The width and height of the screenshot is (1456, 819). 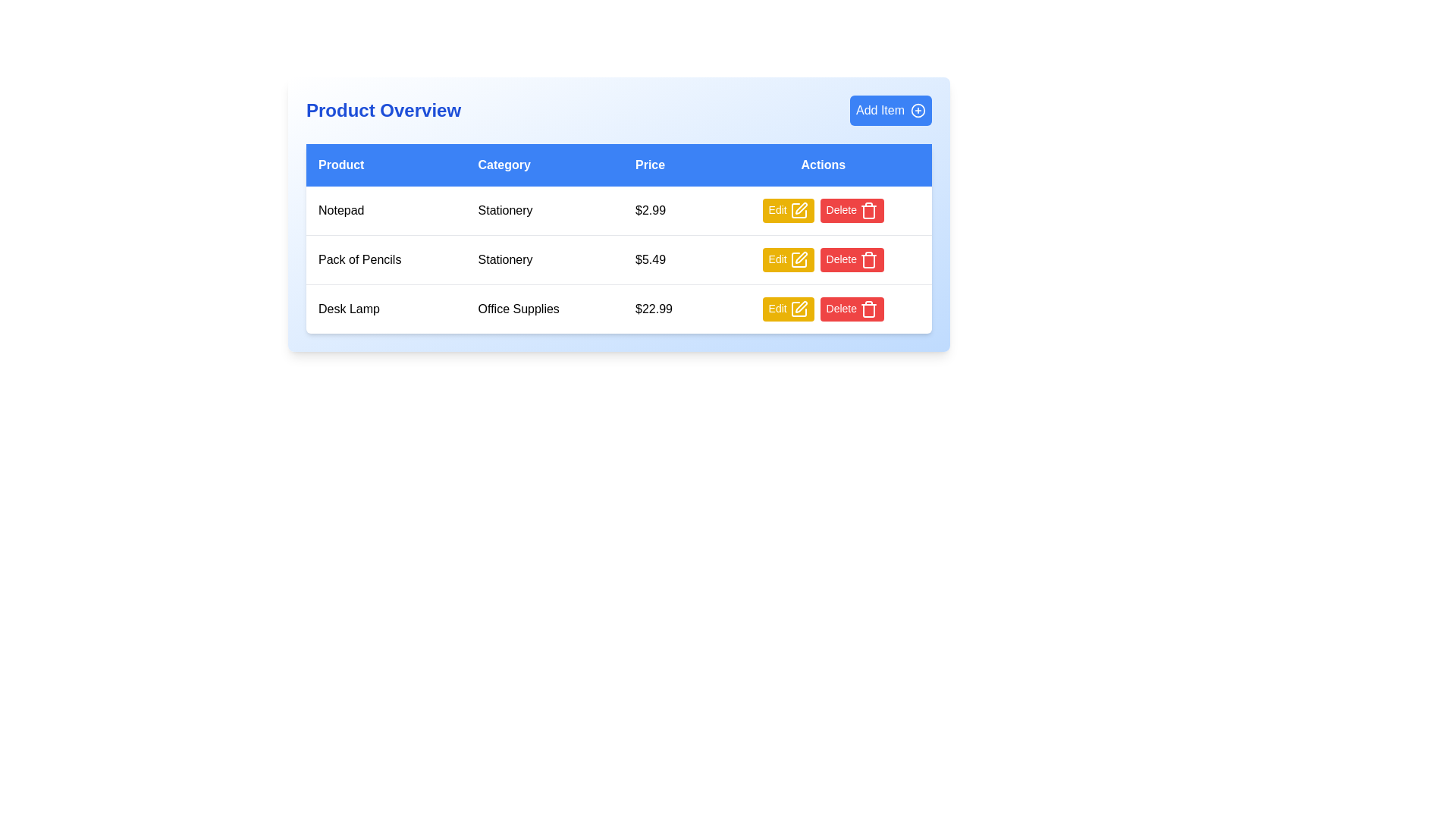 I want to click on the 'Edit' icon located inside the 'Edit' button in the 'Actions' column of the first row for the 'Notepad' entry to initiate editing actions, so click(x=798, y=210).